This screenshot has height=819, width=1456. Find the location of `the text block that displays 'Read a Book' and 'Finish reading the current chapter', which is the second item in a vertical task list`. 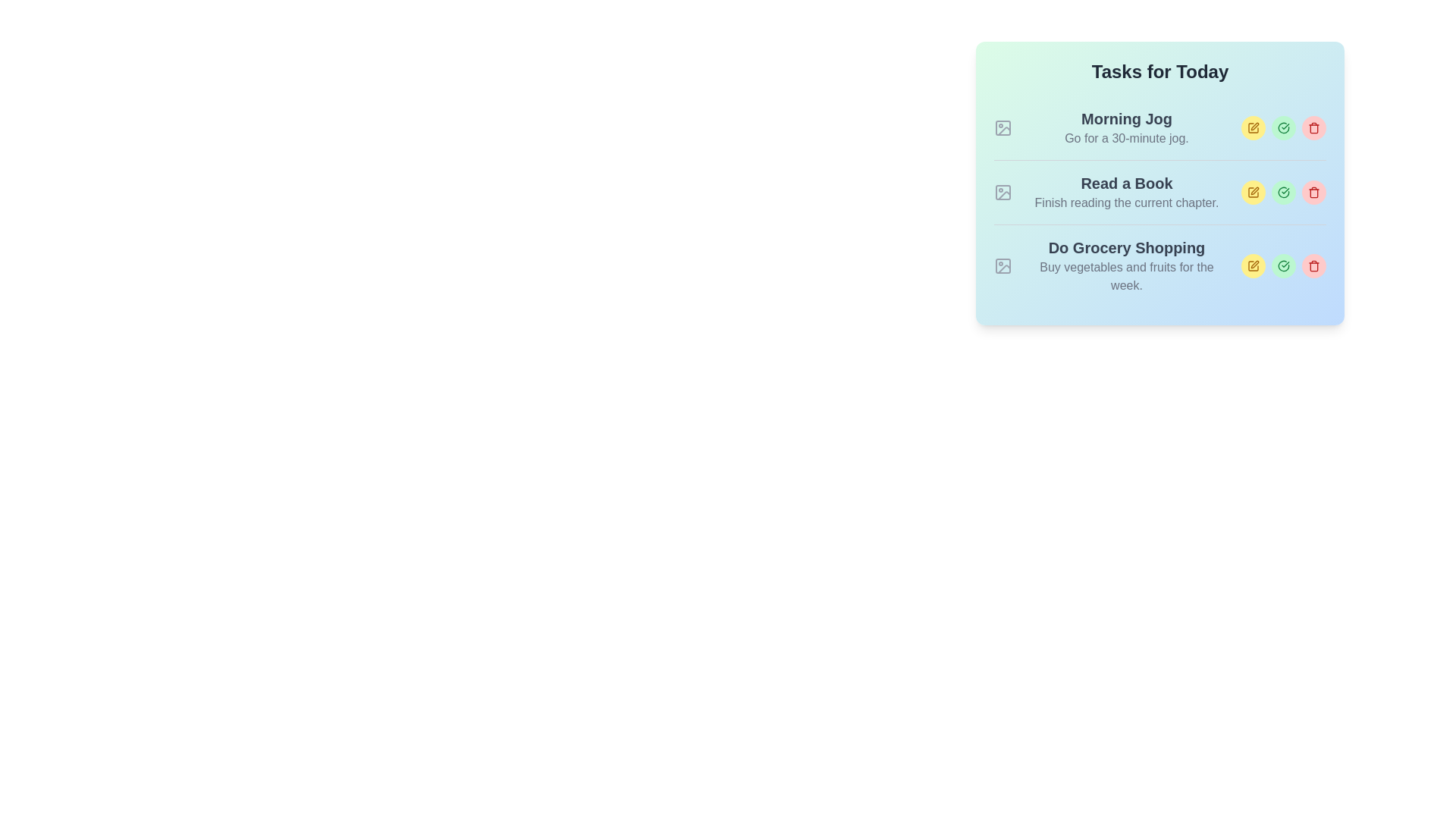

the text block that displays 'Read a Book' and 'Finish reading the current chapter', which is the second item in a vertical task list is located at coordinates (1127, 192).